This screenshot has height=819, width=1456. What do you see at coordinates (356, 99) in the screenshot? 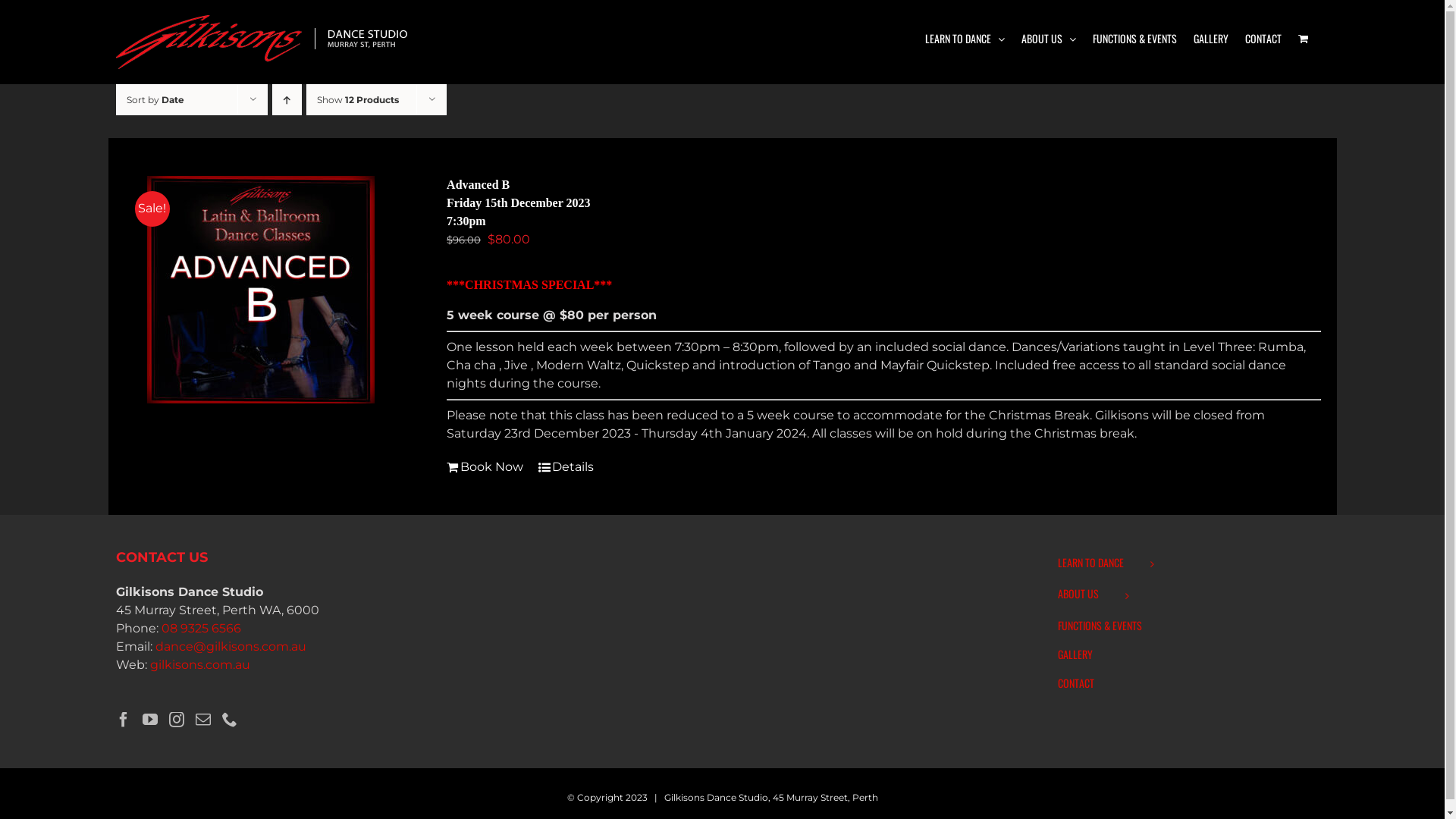
I see `'Show 12 Products'` at bounding box center [356, 99].